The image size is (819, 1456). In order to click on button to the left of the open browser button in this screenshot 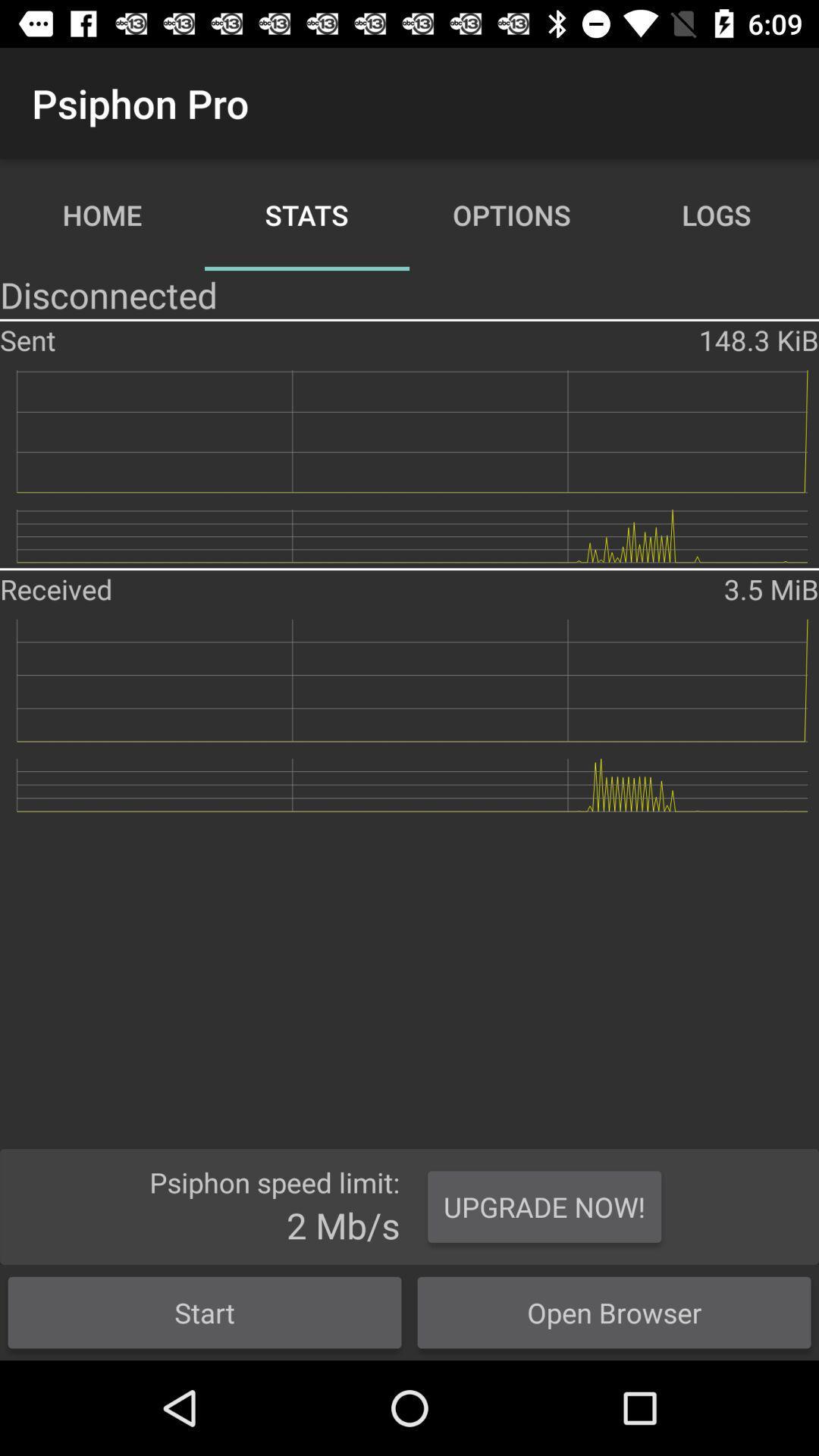, I will do `click(205, 1312)`.